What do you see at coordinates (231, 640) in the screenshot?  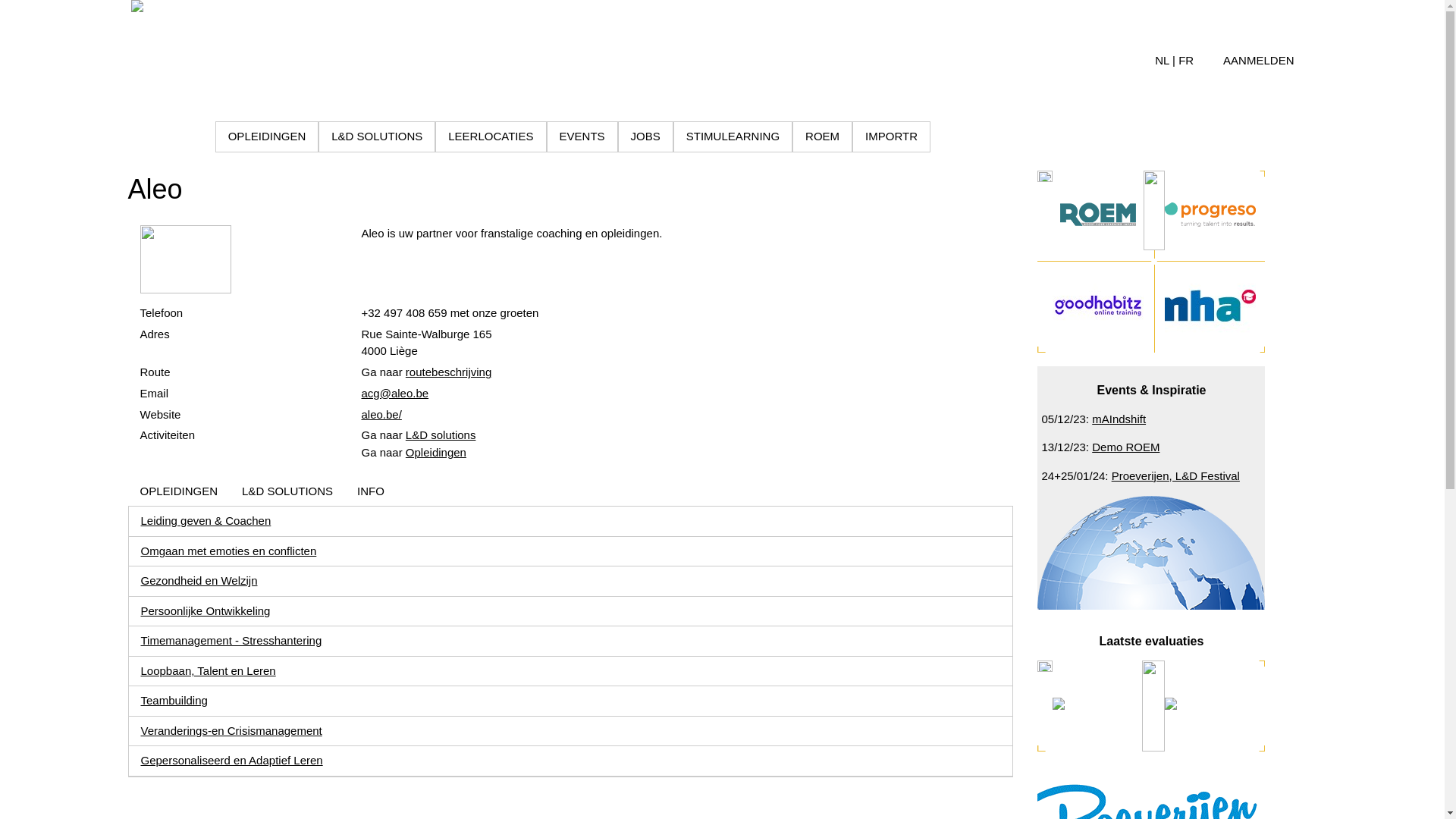 I see `'Timemanagement - Stresshantering'` at bounding box center [231, 640].